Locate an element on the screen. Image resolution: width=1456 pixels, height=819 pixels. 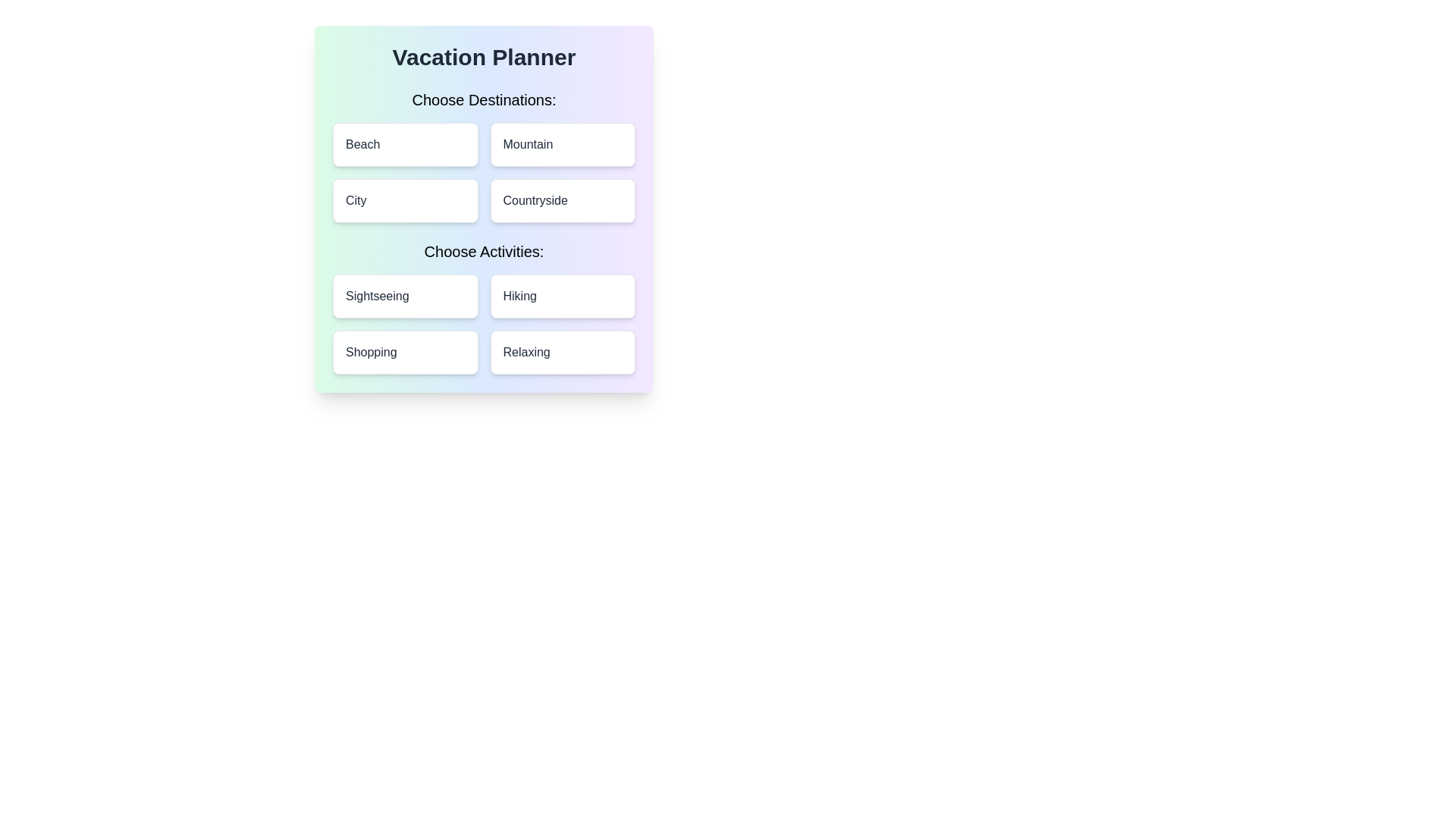
the 'Sightseeing' tile in the grid layout containing buttons labeled 'Sightseeing', 'Hiking', 'Shopping', and 'Relaxing' is located at coordinates (483, 324).